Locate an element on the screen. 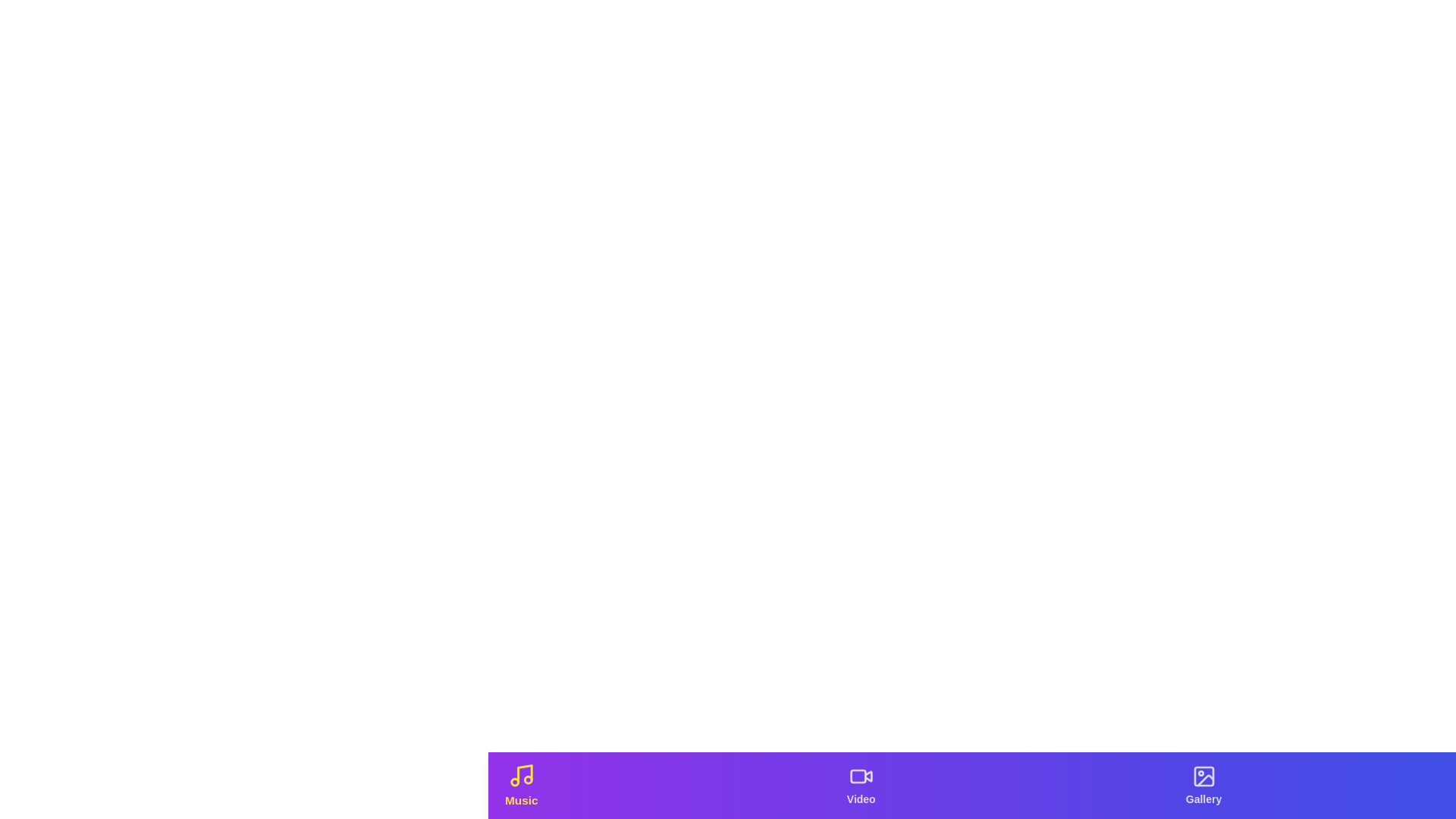  the Music tab from the navigation bar is located at coordinates (521, 785).